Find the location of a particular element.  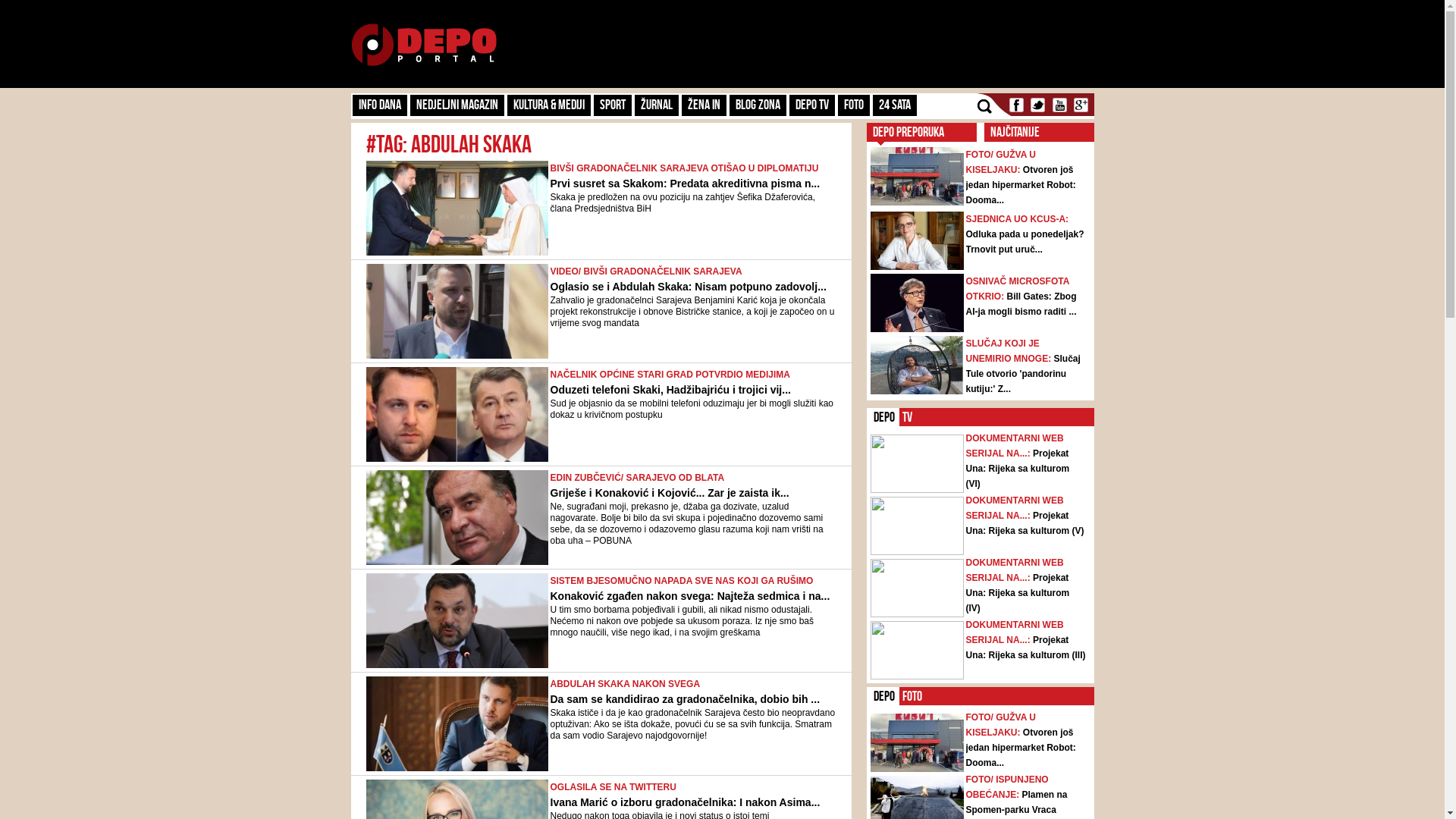

'DOKUMENTARNI WEB SERIJAL NA...:' is located at coordinates (965, 632).